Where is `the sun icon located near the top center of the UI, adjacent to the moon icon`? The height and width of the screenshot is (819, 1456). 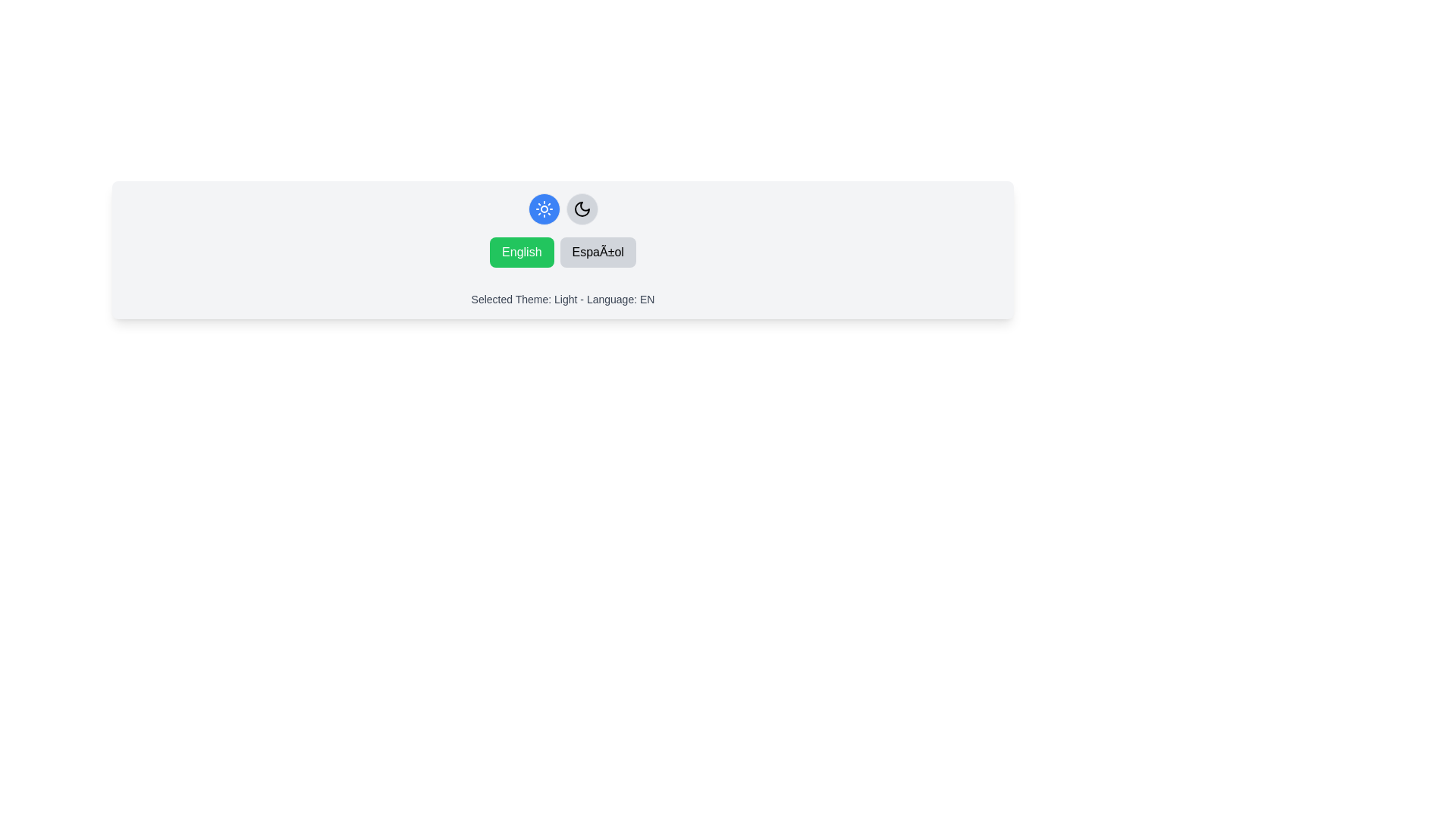 the sun icon located near the top center of the UI, adjacent to the moon icon is located at coordinates (544, 209).